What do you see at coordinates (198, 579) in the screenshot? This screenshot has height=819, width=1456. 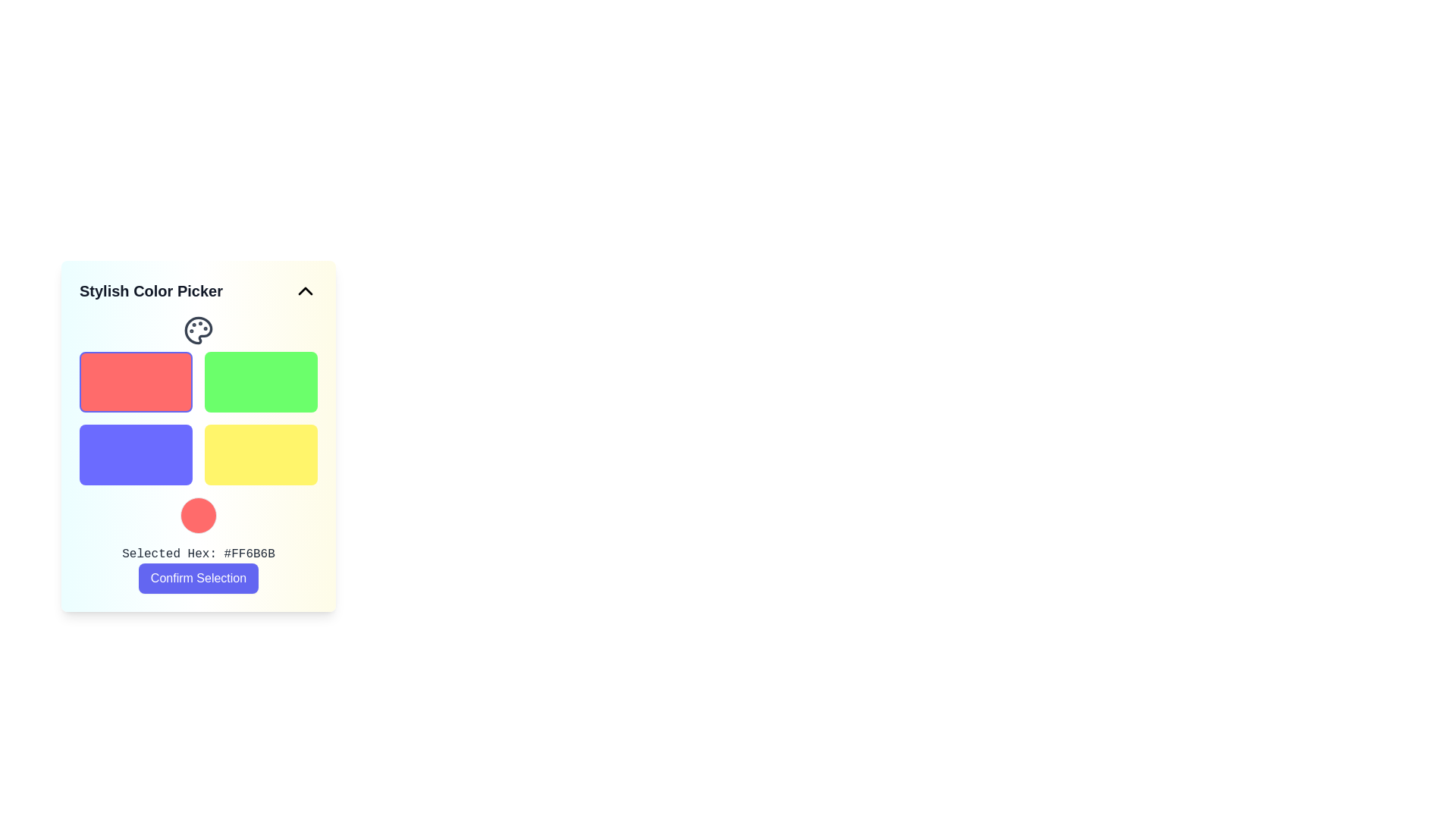 I see `the confirmation button located at the bottom of the color picker interface, beneath the text 'Selected Hex: #FF6B6B' and the circular color display, to receive interaction feedback` at bounding box center [198, 579].